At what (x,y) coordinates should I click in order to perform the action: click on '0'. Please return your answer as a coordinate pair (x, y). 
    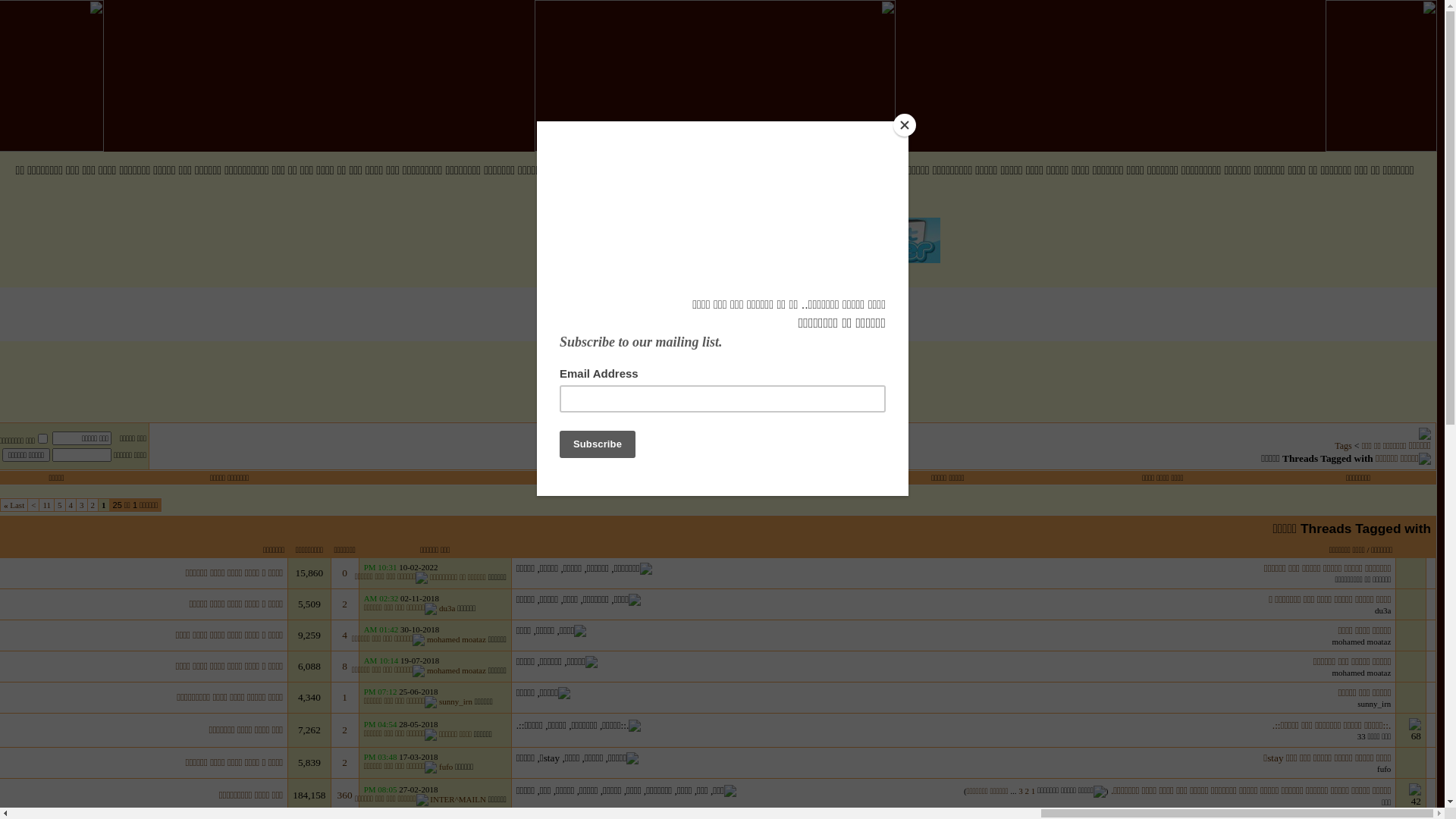
    Looking at the image, I should click on (341, 573).